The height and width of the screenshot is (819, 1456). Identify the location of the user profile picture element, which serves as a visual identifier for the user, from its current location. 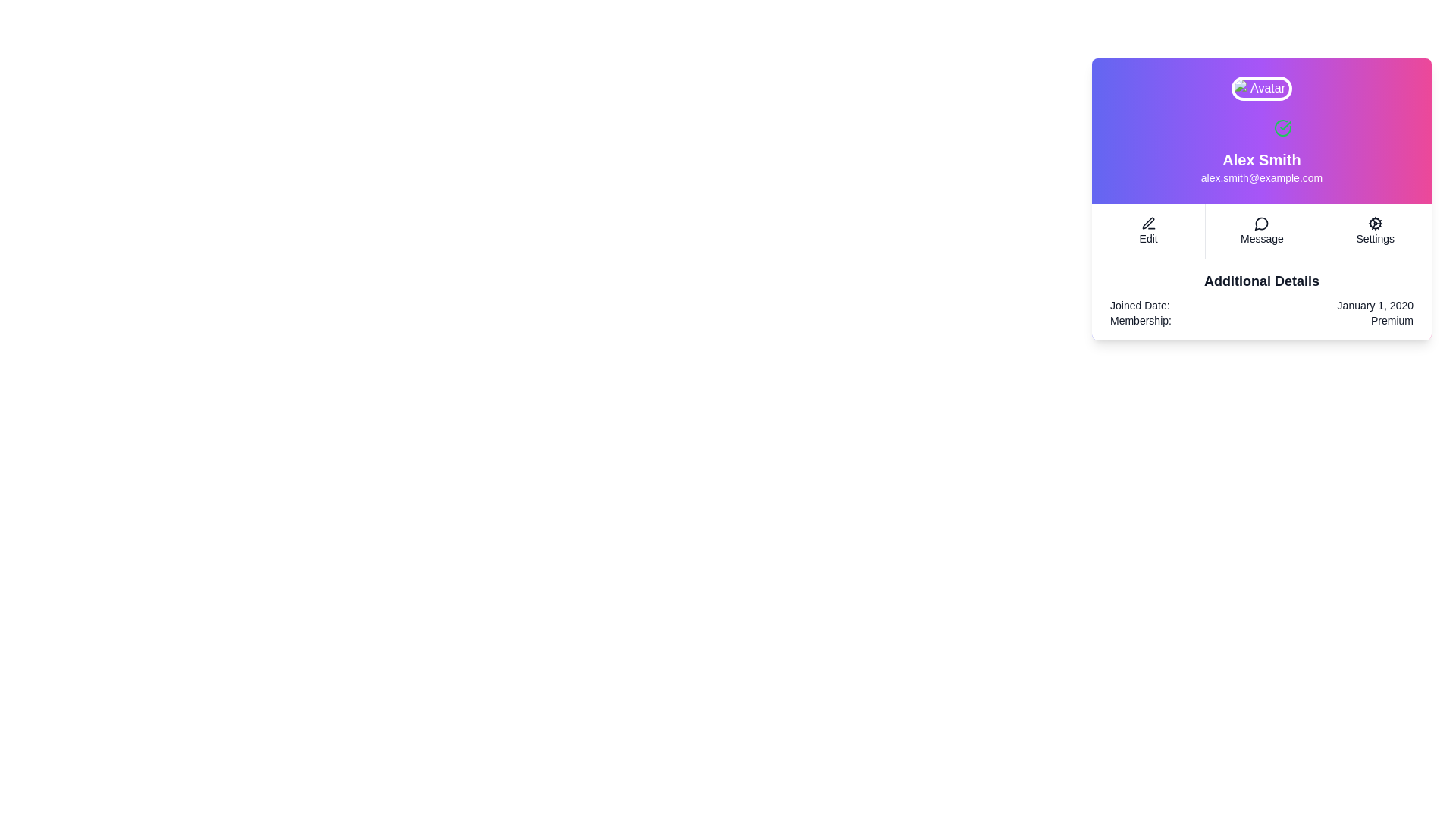
(1262, 88).